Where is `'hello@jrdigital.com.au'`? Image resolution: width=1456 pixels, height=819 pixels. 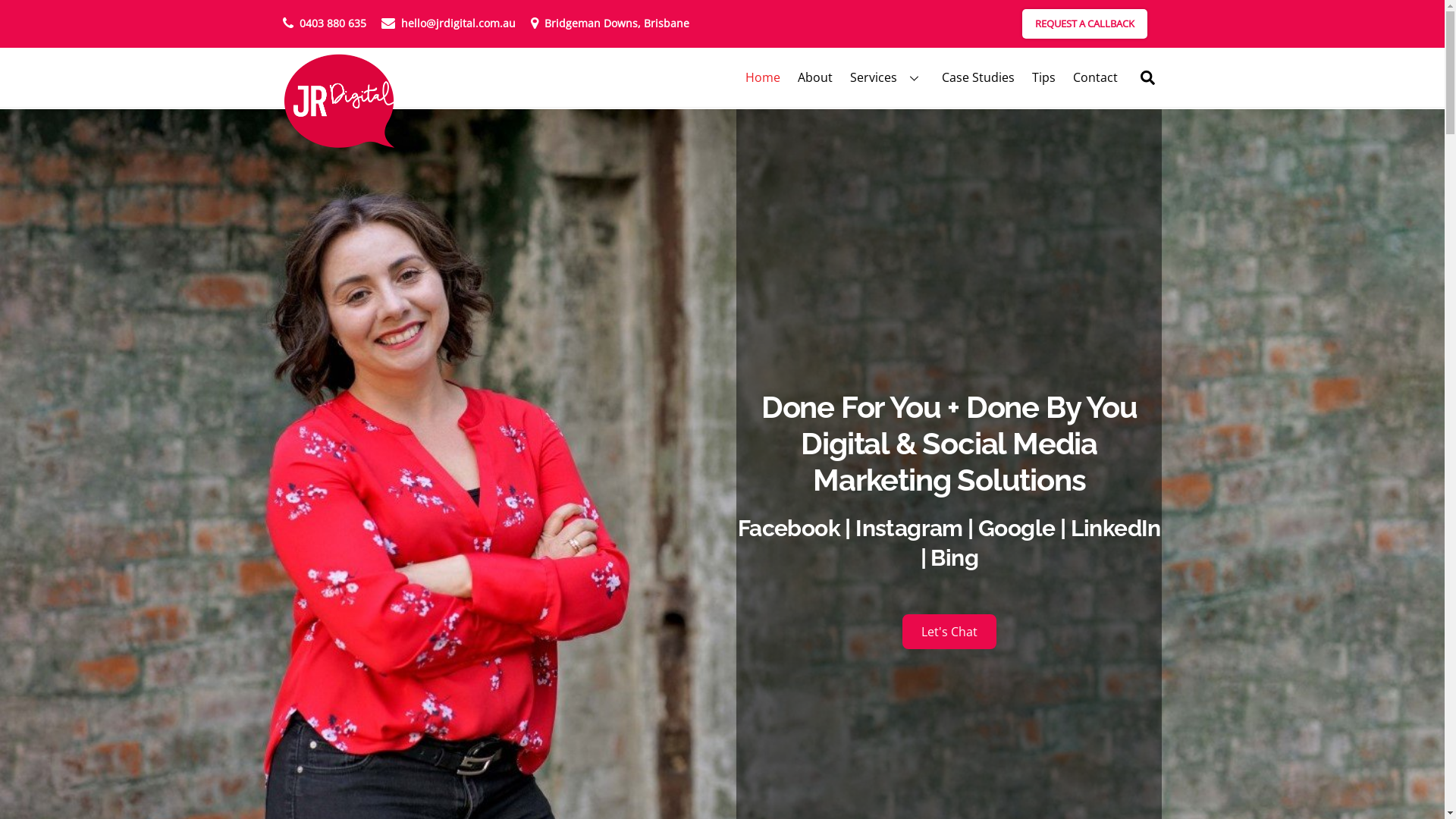 'hello@jrdigital.com.au' is located at coordinates (447, 23).